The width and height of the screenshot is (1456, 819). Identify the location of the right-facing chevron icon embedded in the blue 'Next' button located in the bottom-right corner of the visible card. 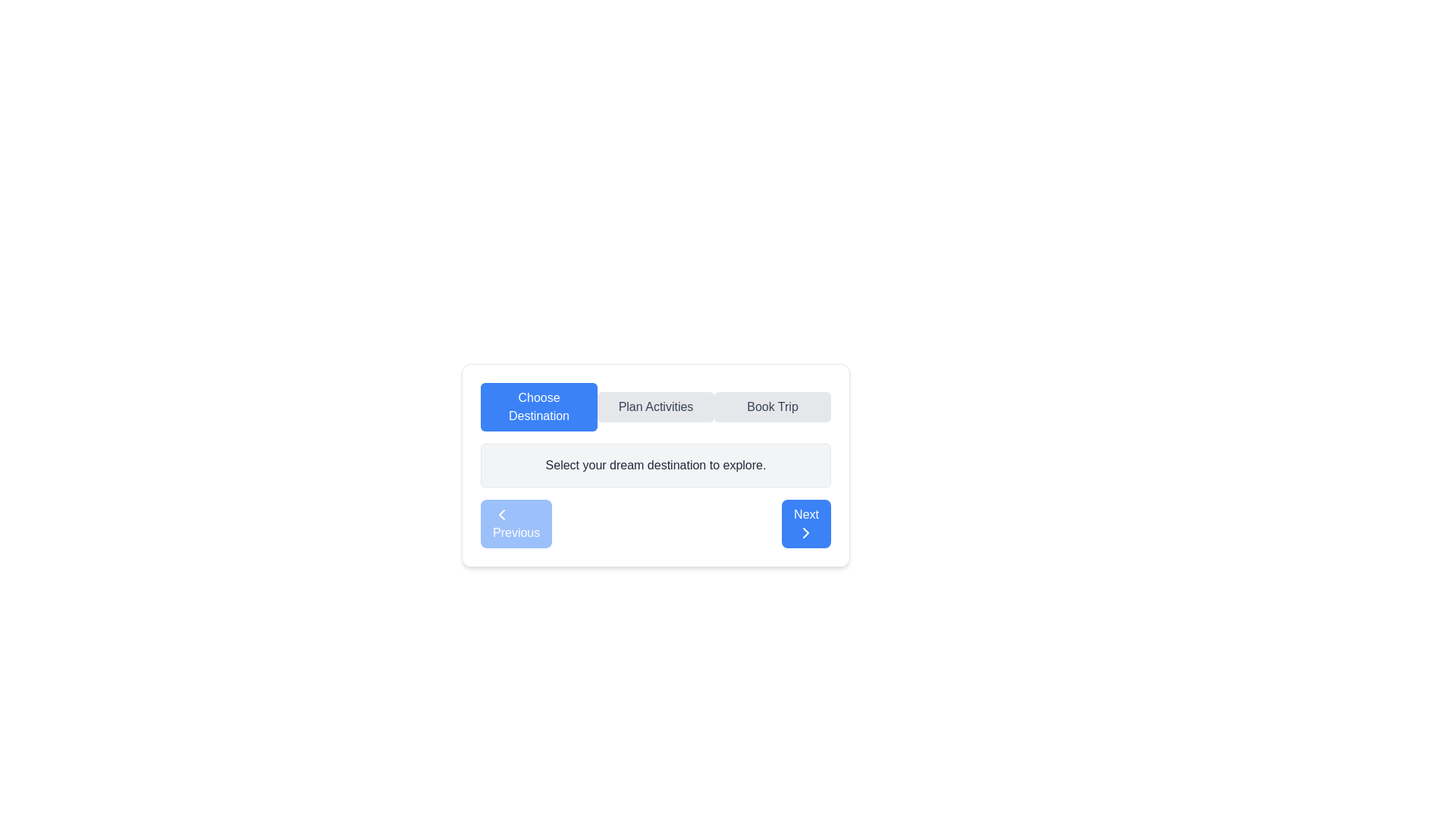
(805, 532).